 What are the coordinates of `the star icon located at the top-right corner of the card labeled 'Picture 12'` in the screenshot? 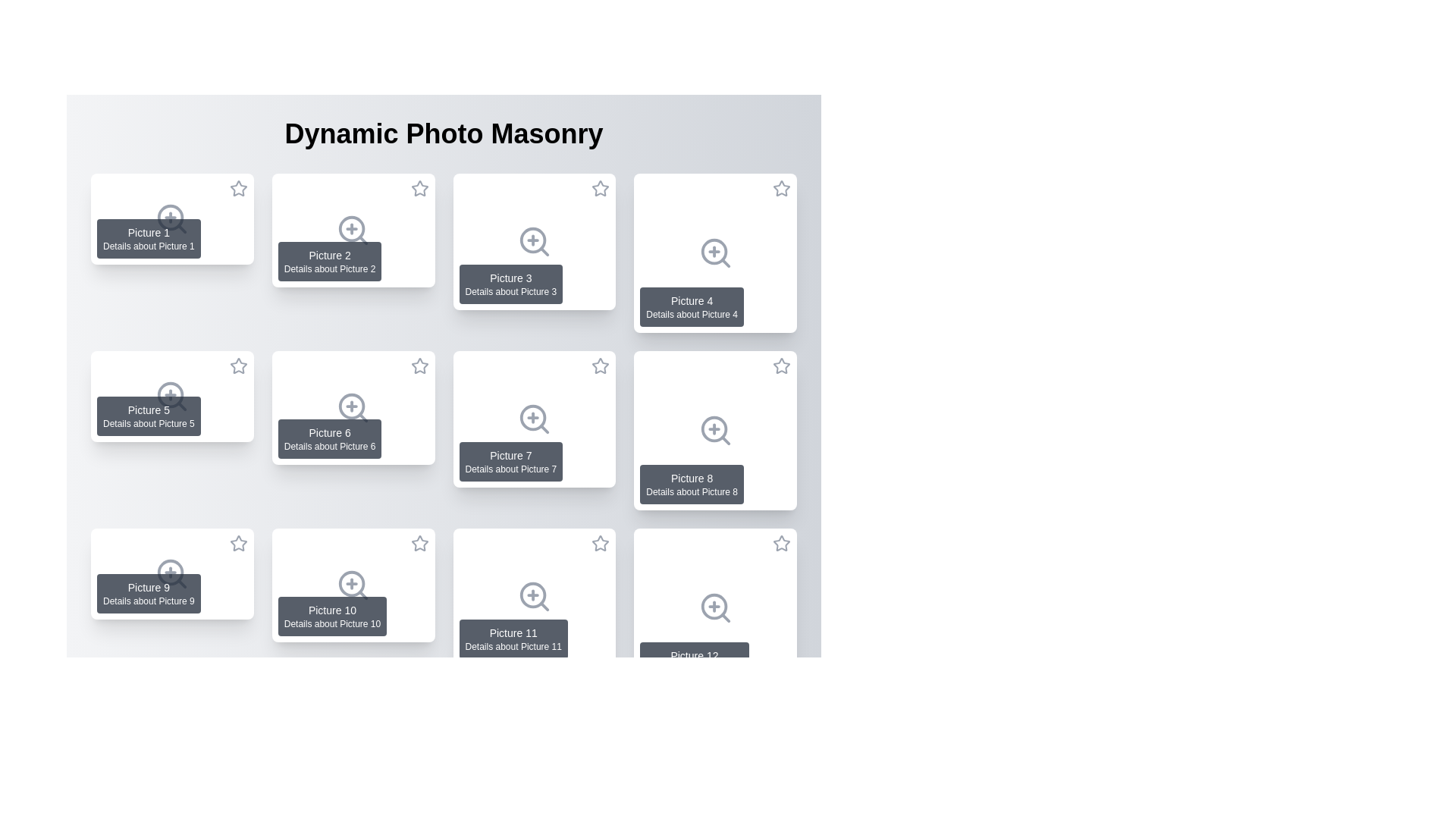 It's located at (781, 542).